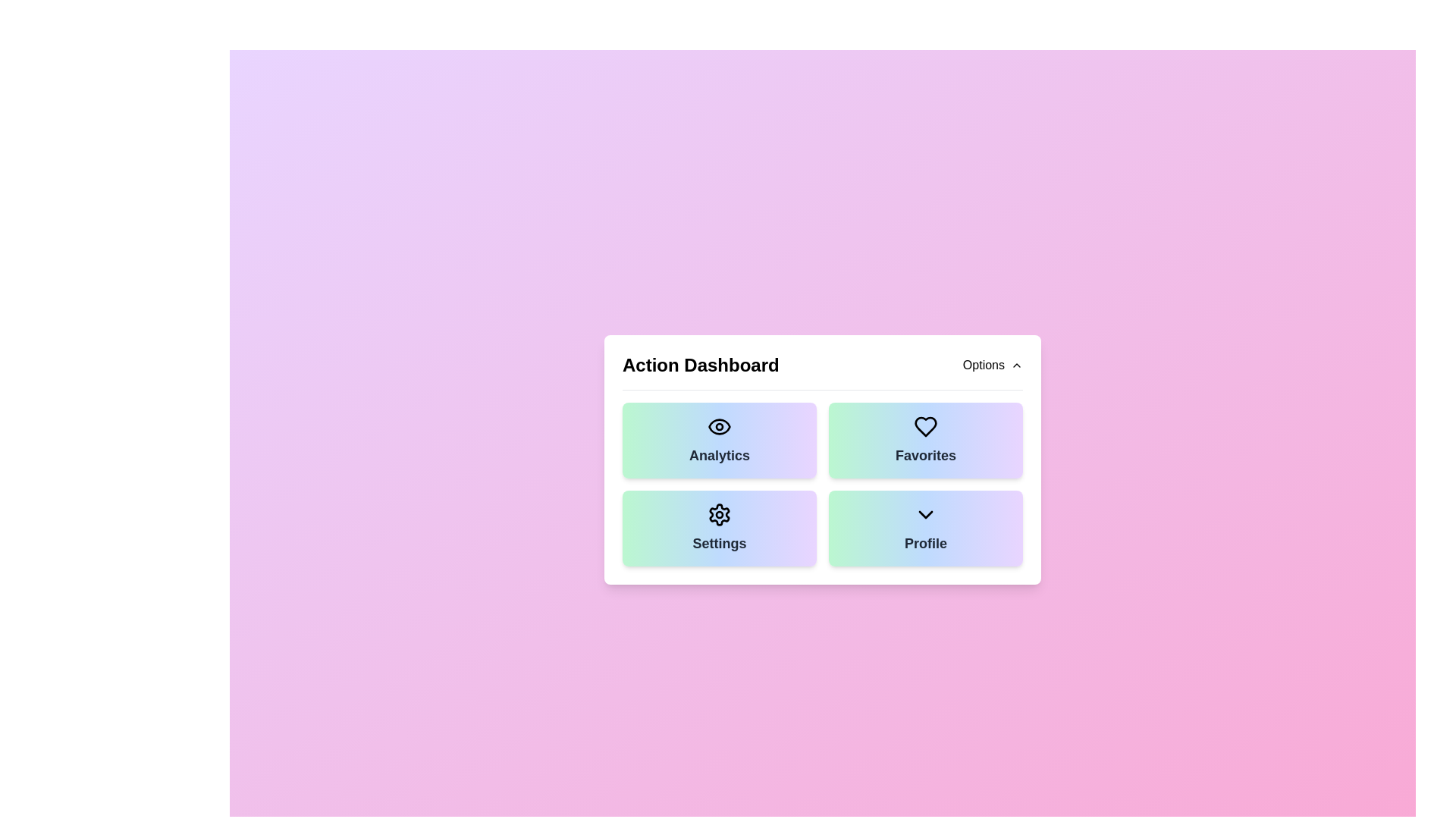 The height and width of the screenshot is (819, 1456). I want to click on the Dropdown Menu Trigger located in the top-right corner of the Action Dashboard section, so click(993, 365).